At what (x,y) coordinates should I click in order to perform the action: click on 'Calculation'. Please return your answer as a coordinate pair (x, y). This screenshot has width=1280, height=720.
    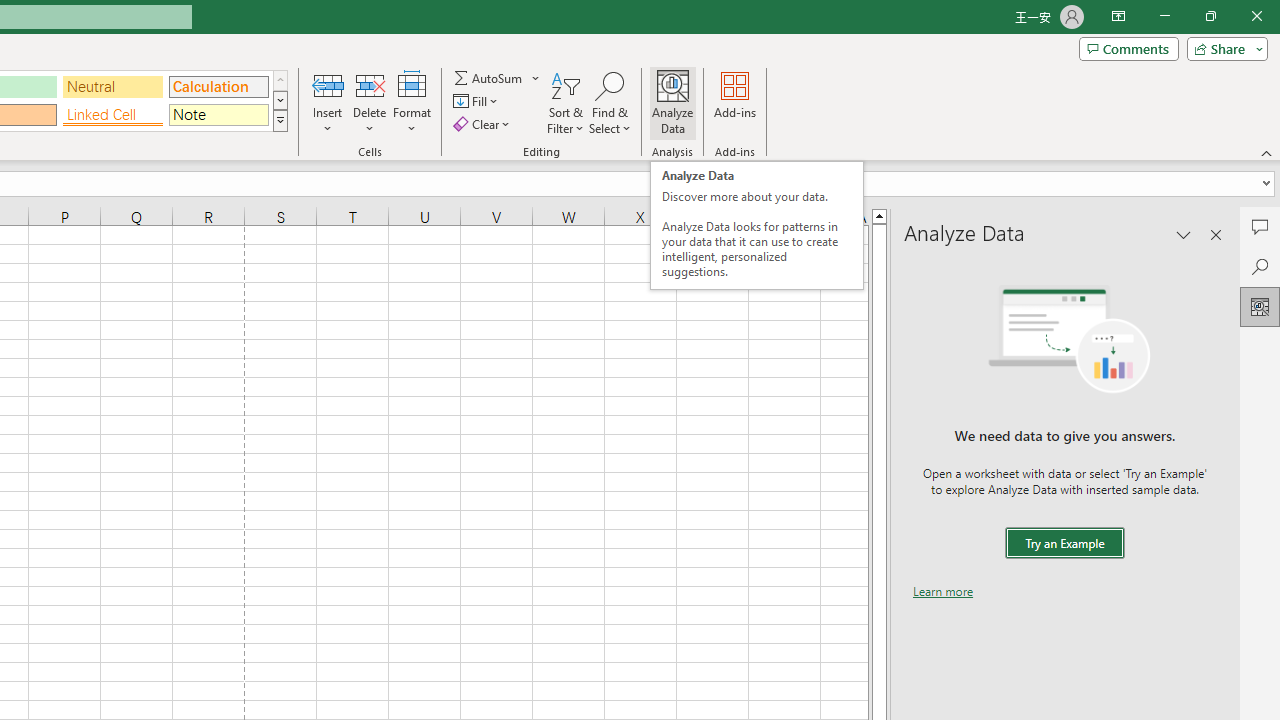
    Looking at the image, I should click on (218, 85).